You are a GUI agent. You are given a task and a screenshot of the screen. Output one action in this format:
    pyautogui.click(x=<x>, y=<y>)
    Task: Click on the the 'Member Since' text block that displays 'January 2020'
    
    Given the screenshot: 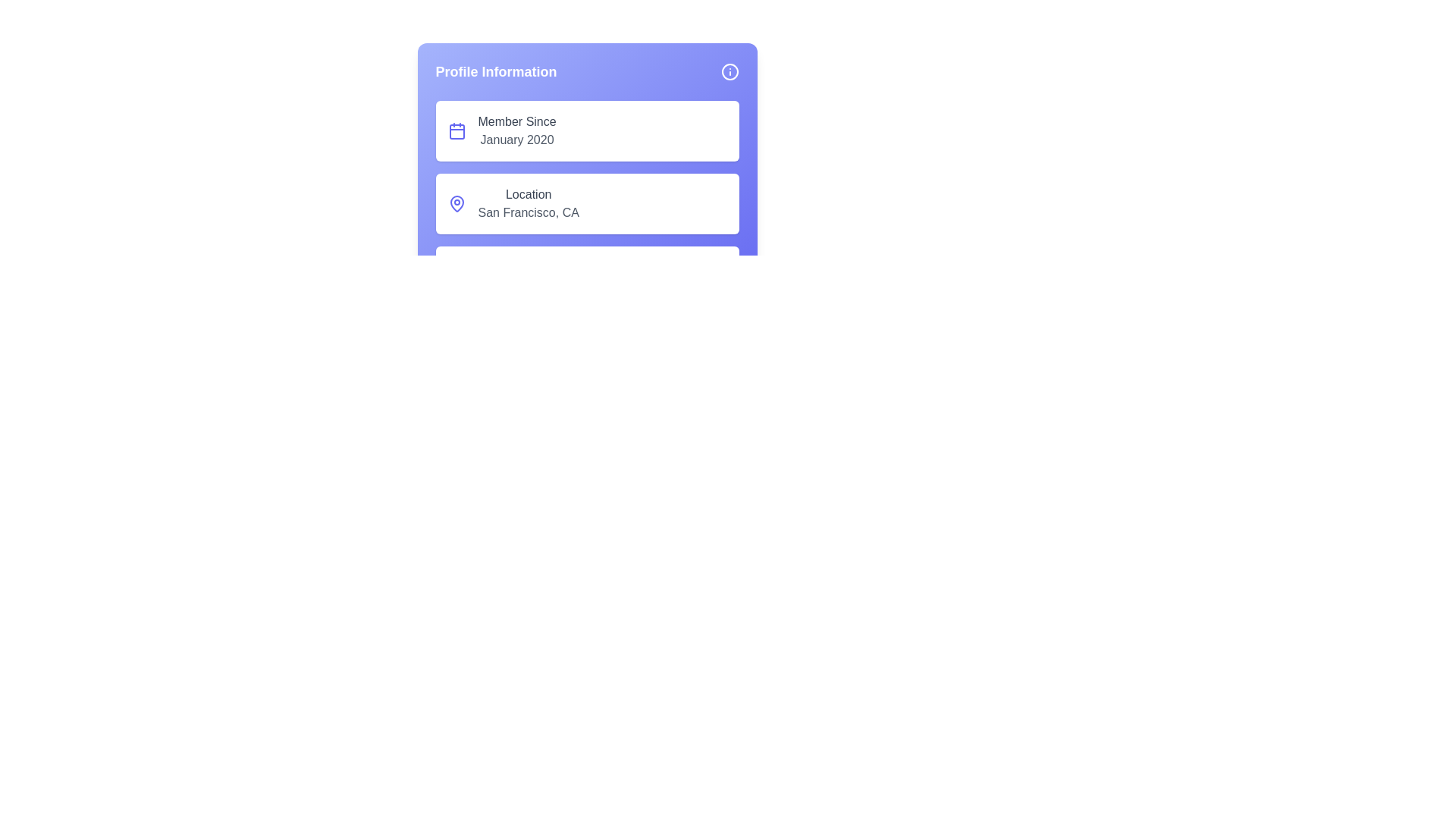 What is the action you would take?
    pyautogui.click(x=517, y=130)
    